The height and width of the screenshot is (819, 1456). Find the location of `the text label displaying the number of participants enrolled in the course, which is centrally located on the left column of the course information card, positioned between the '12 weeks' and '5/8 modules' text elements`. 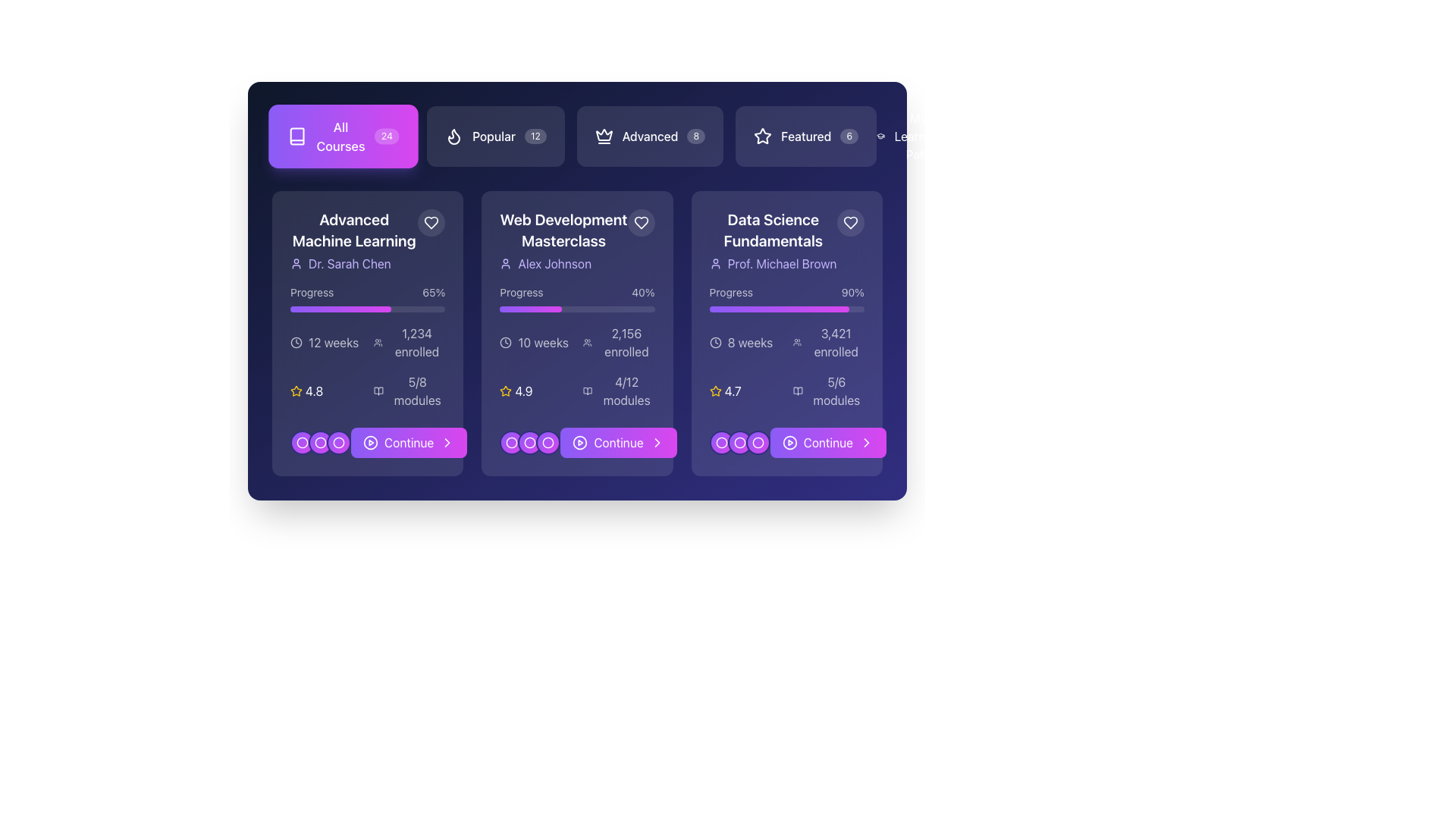

the text label displaying the number of participants enrolled in the course, which is centrally located on the left column of the course information card, positioned between the '12 weeks' and '5/8 modules' text elements is located at coordinates (409, 342).